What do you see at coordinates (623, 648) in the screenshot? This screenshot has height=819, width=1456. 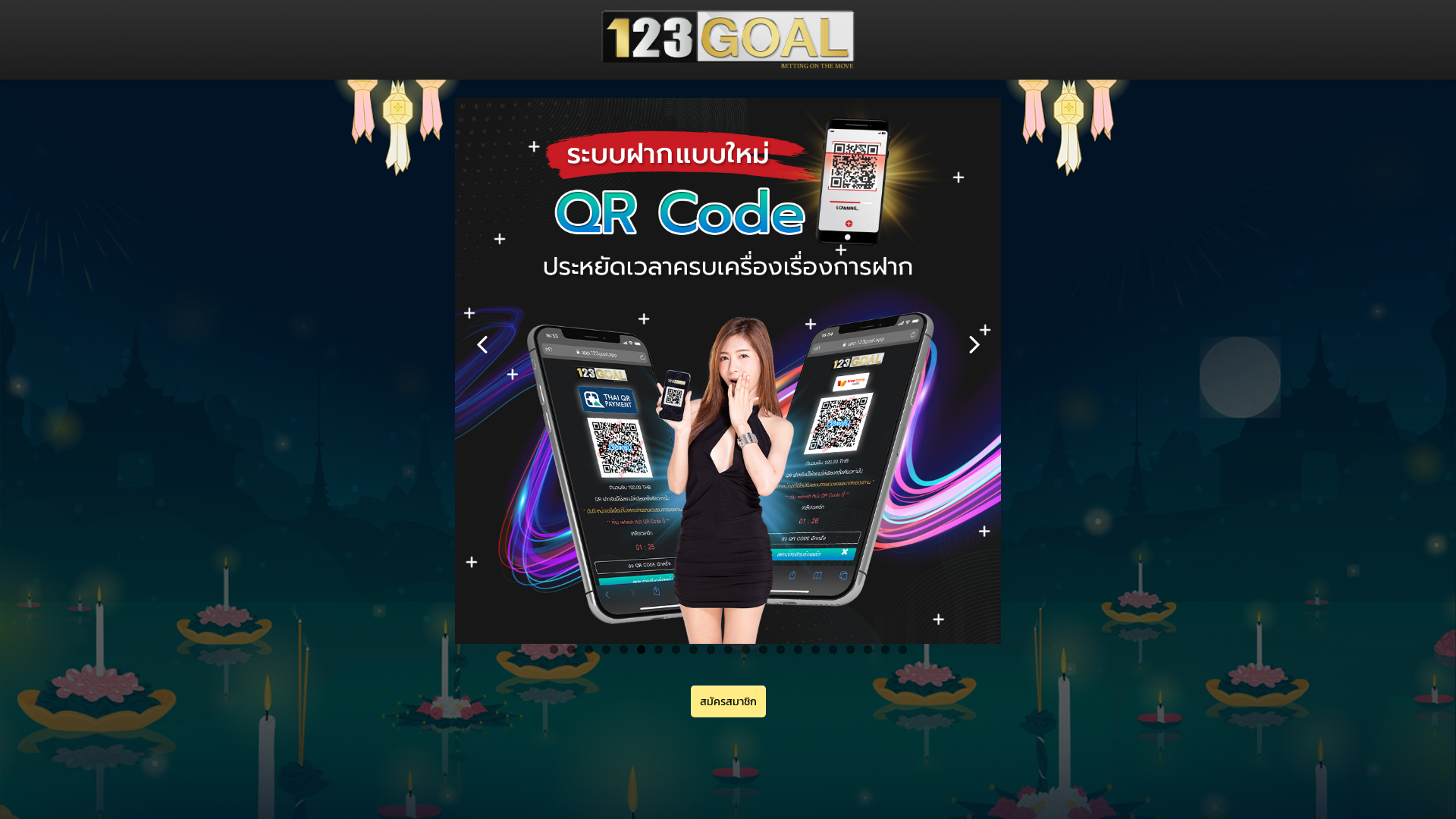 I see `'5'` at bounding box center [623, 648].